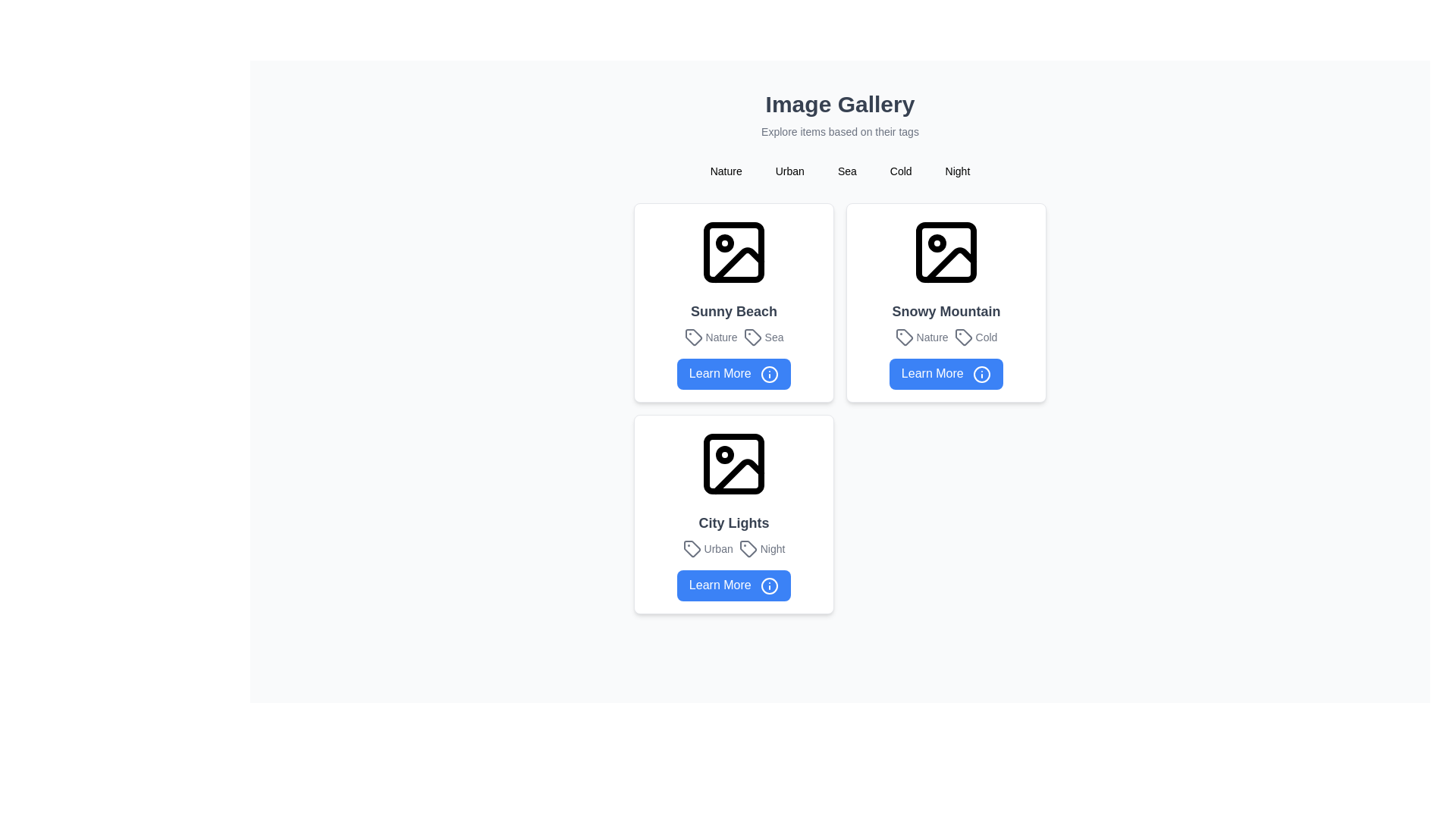 The height and width of the screenshot is (819, 1456). What do you see at coordinates (921, 336) in the screenshot?
I see `the label 'Nature' which is positioned to the right of a small tag icon in the 'Snowy Mountain' card located in the 'Image Gallery' layout` at bounding box center [921, 336].